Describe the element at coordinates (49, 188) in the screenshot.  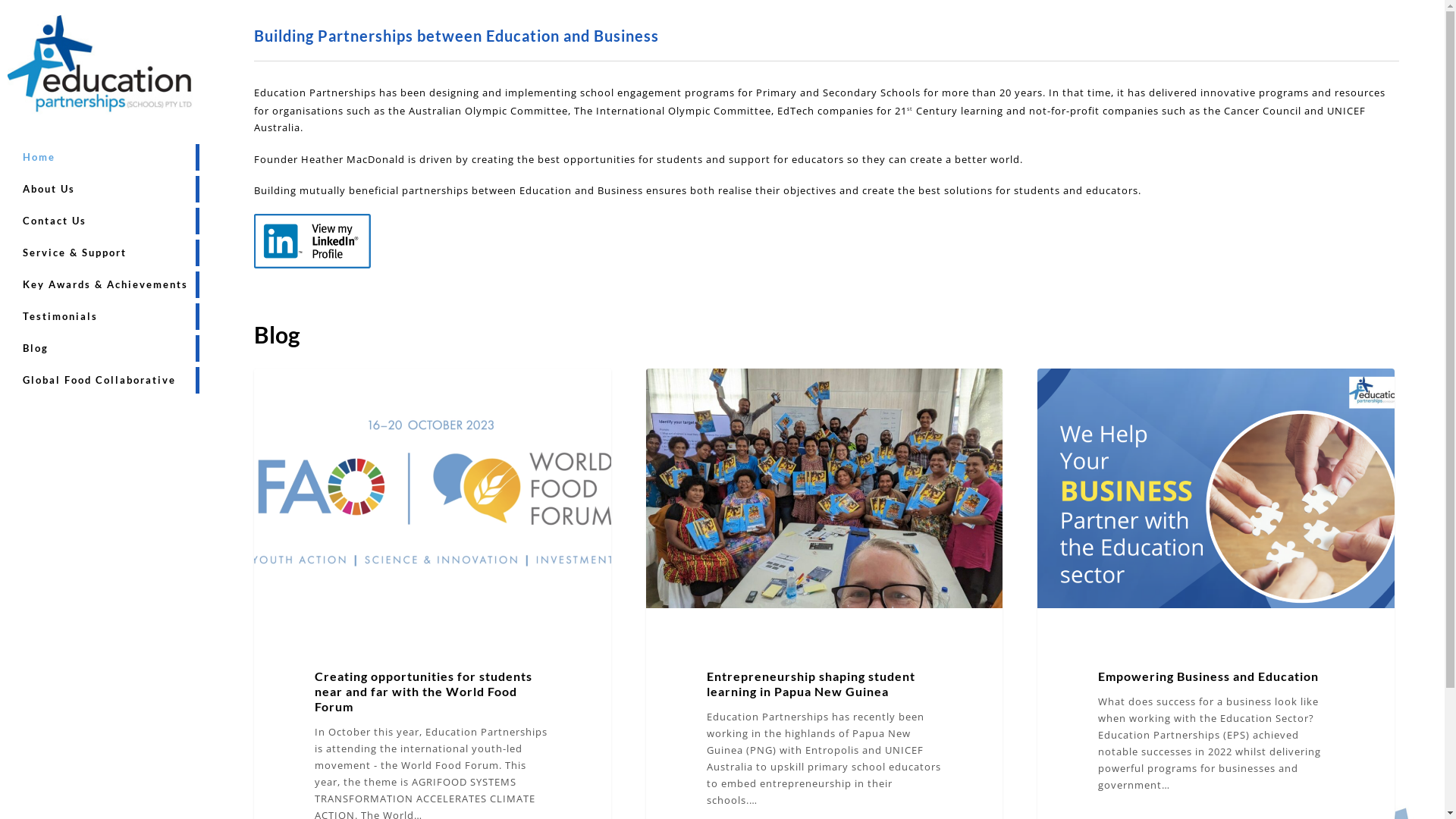
I see `'About Us'` at that location.